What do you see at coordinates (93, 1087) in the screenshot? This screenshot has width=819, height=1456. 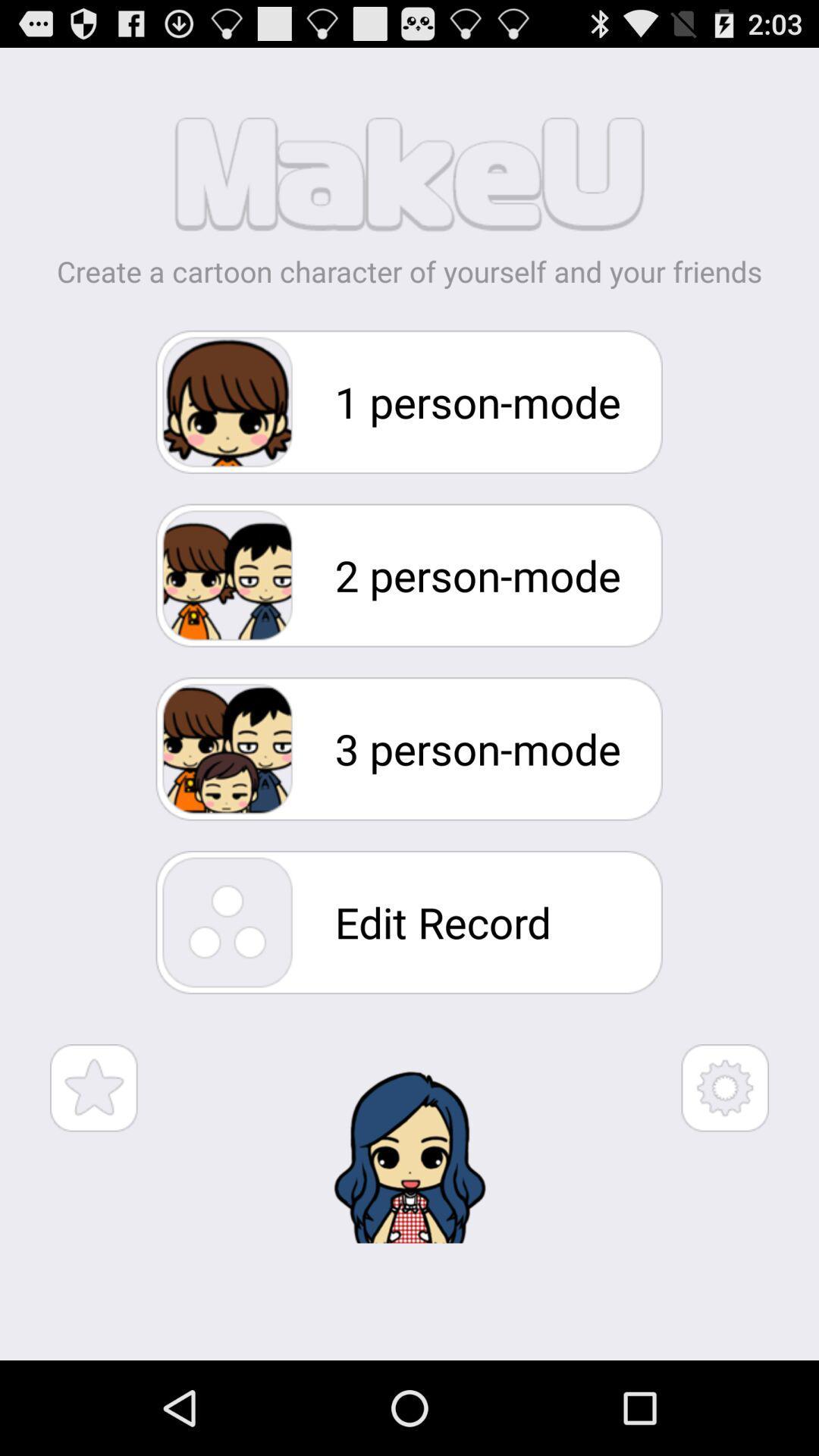 I see `star symbol` at bounding box center [93, 1087].